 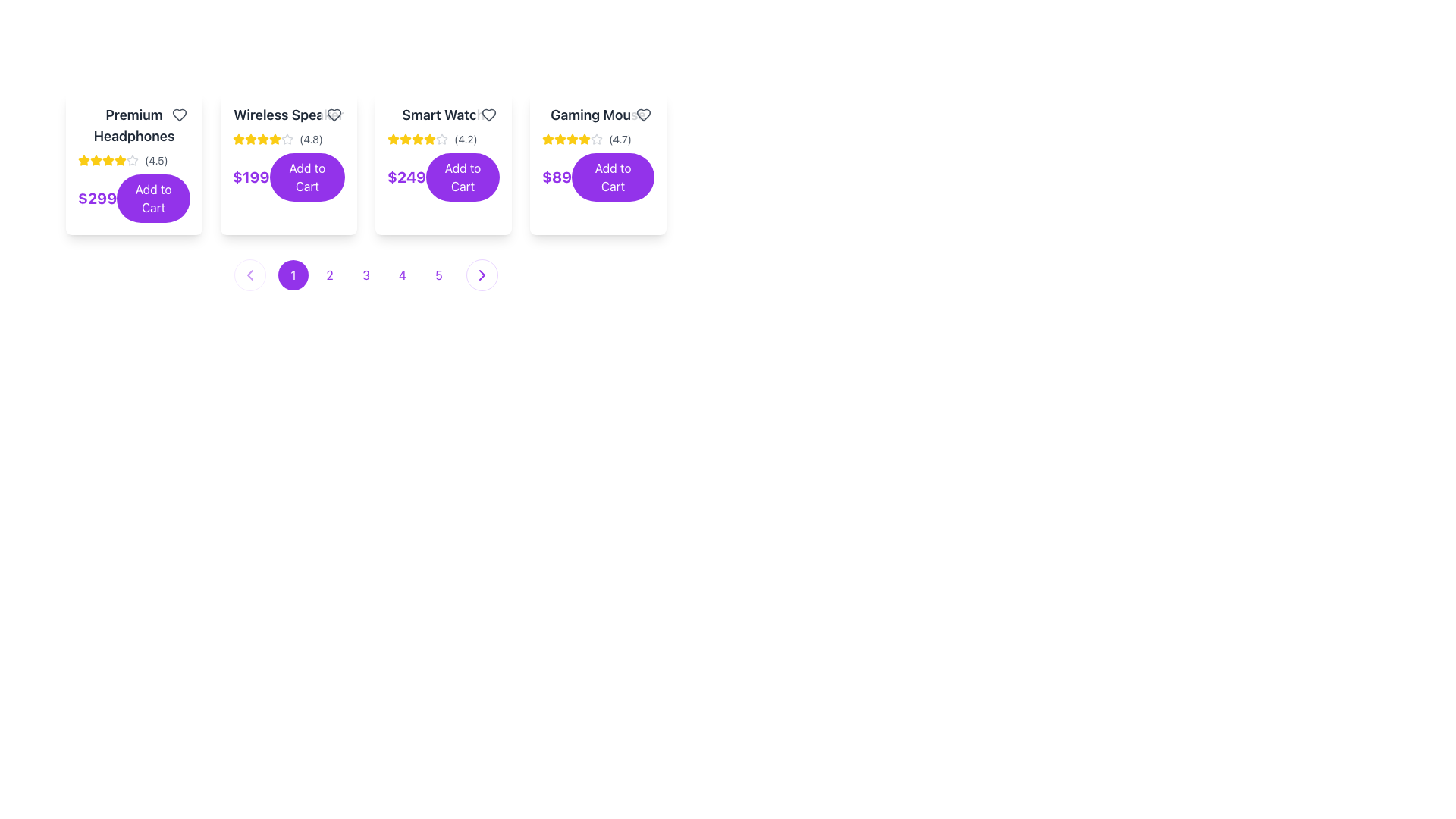 I want to click on the text label displaying the numerical rating of the 'Smart Watch' item, so click(x=465, y=140).